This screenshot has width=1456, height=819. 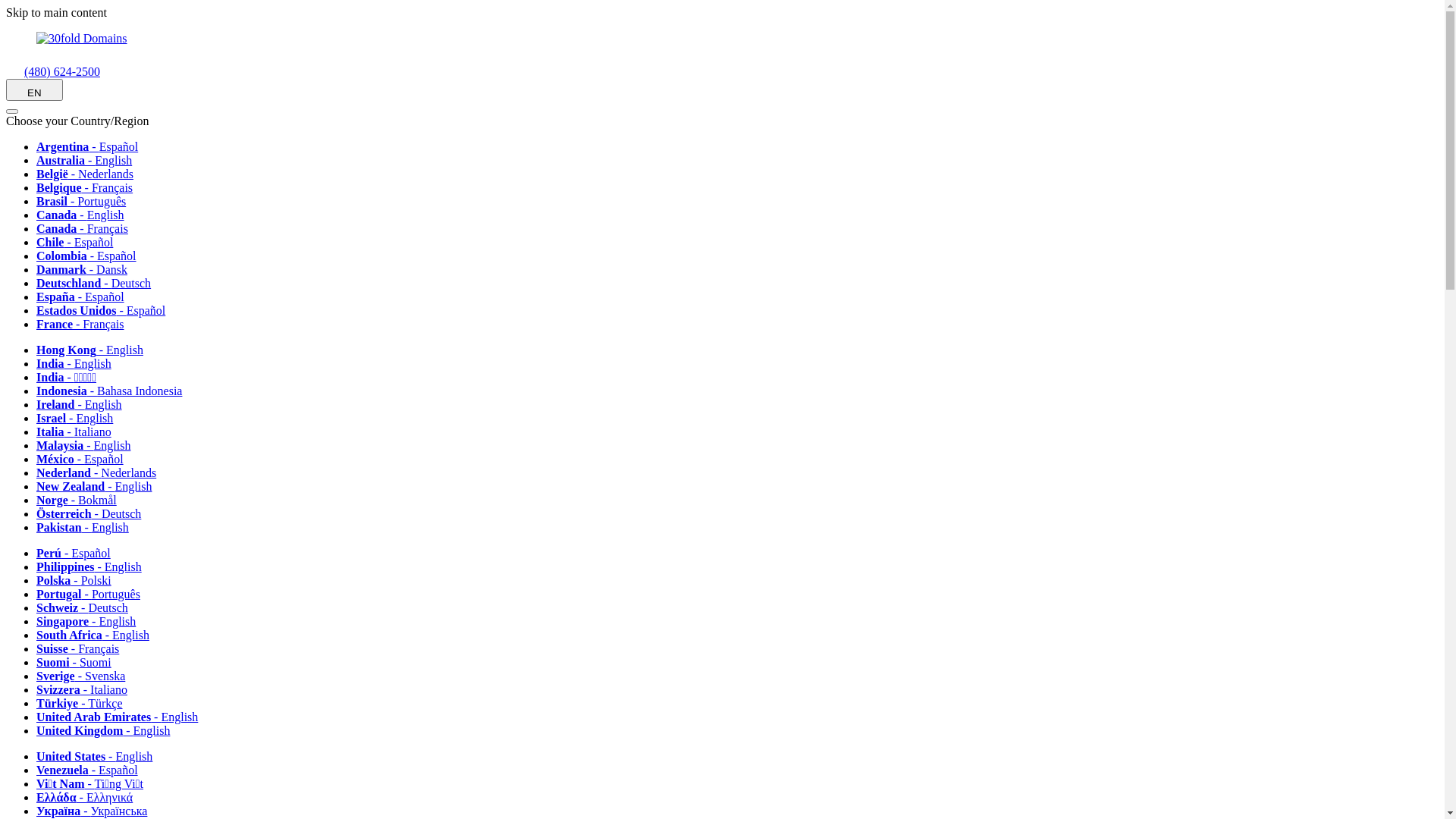 I want to click on 'Canada - English', so click(x=36, y=215).